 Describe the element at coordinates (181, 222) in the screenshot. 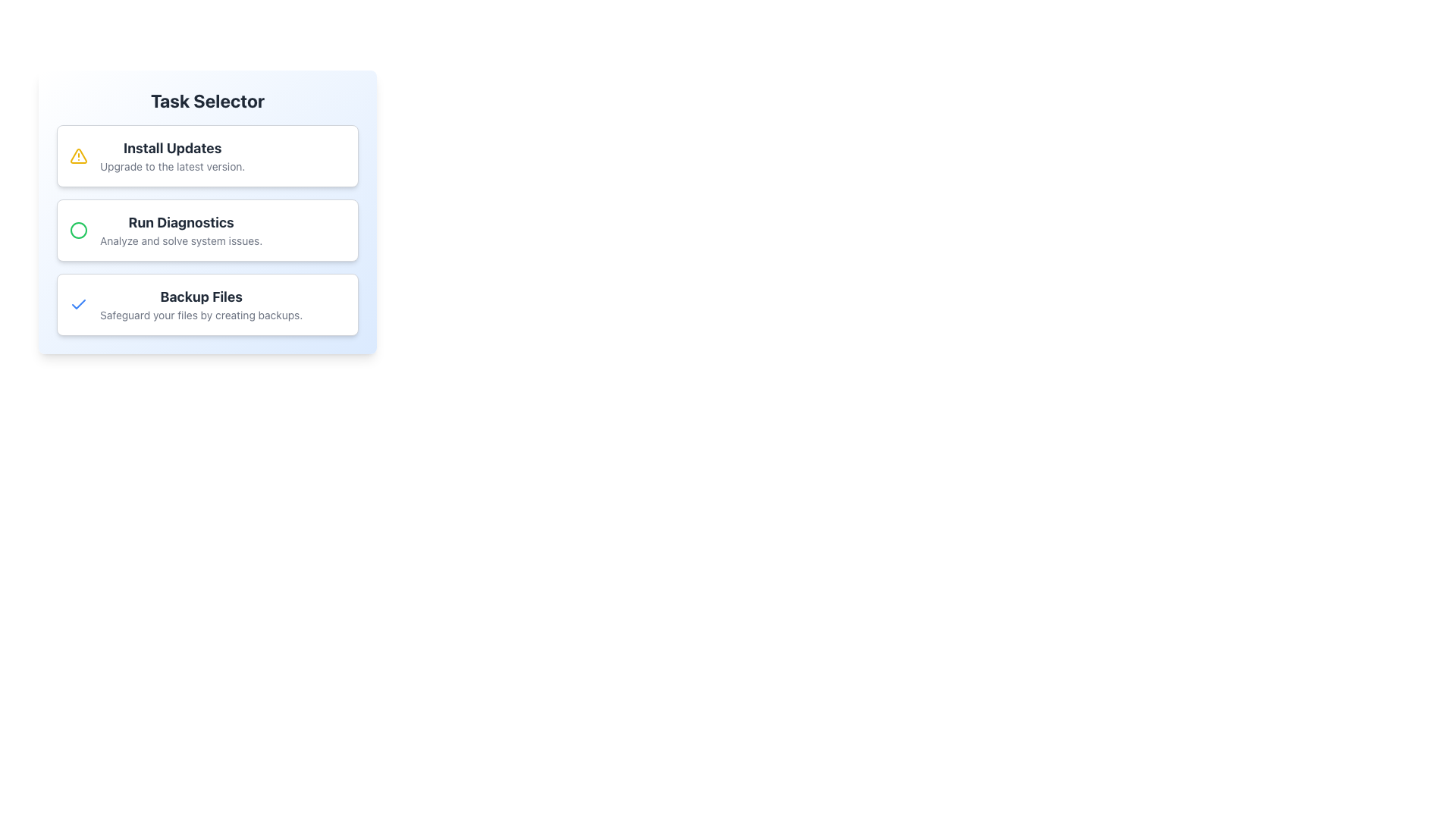

I see `the text label that identifies the purpose or title of the related action, positioned above the text 'Analyze and solve system issues.' and below 'Install Updates.' in a card-like structure` at that location.